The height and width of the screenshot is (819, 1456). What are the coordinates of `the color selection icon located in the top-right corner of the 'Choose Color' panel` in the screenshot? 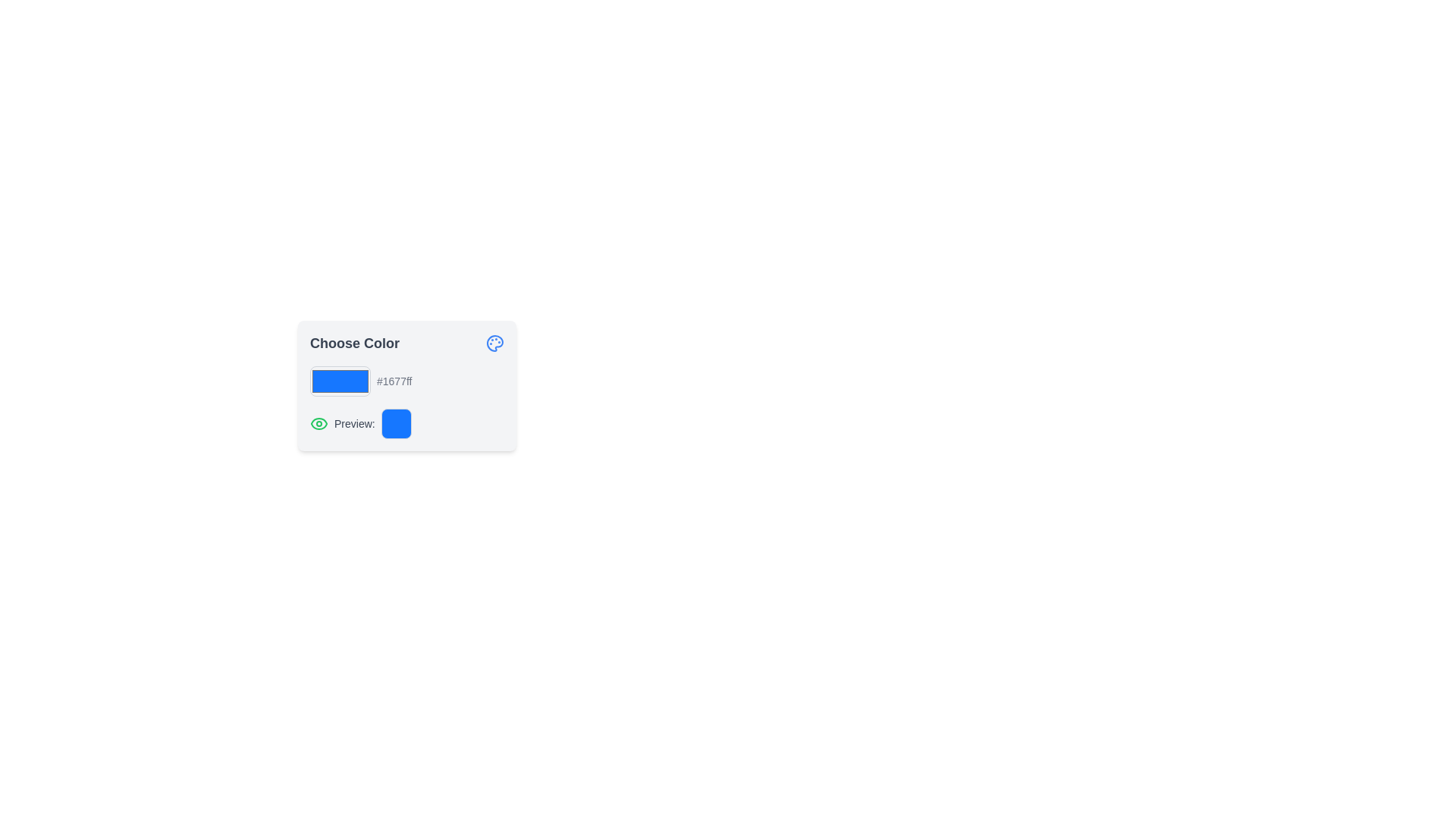 It's located at (494, 343).